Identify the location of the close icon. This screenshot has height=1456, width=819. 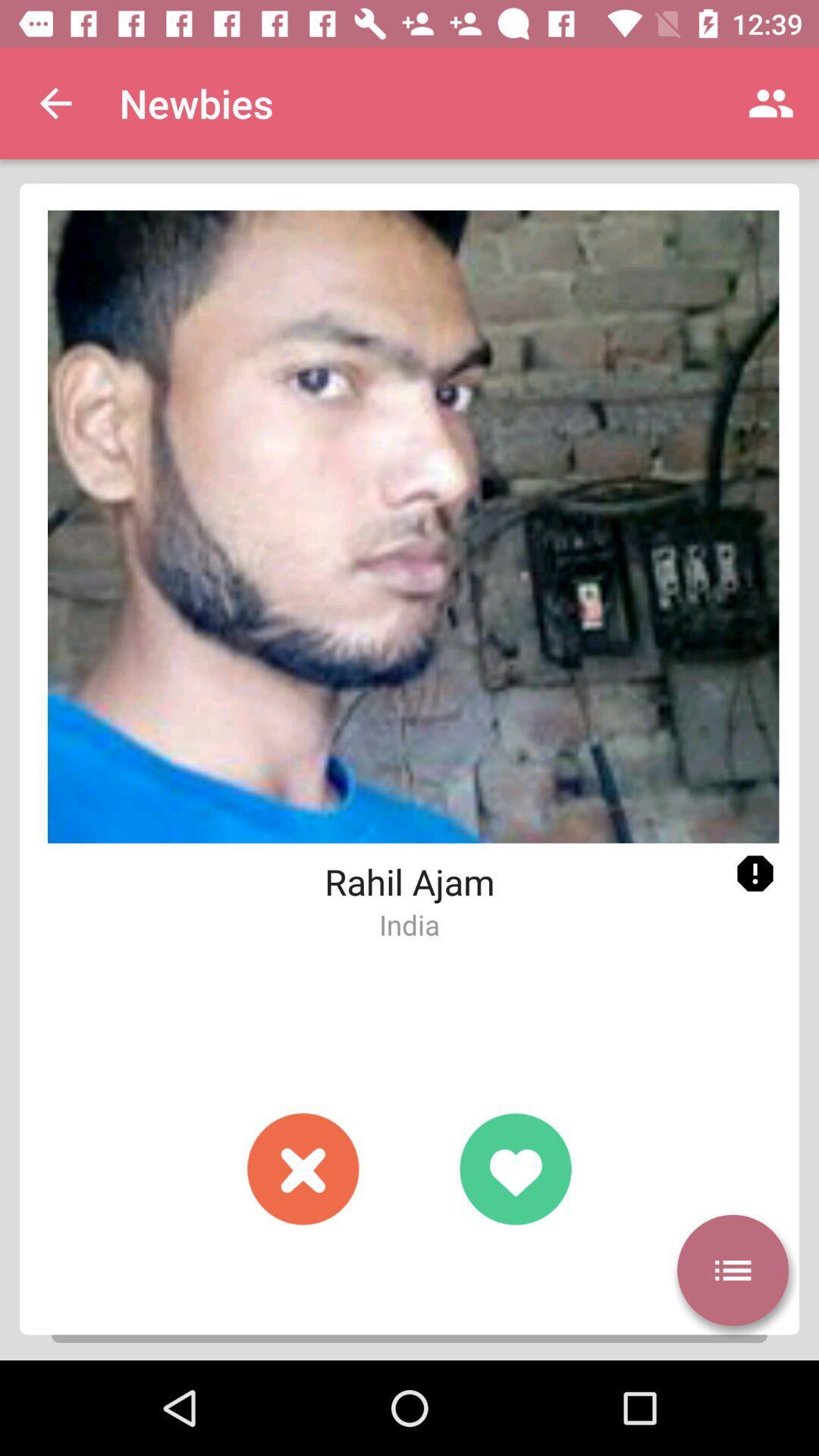
(303, 1168).